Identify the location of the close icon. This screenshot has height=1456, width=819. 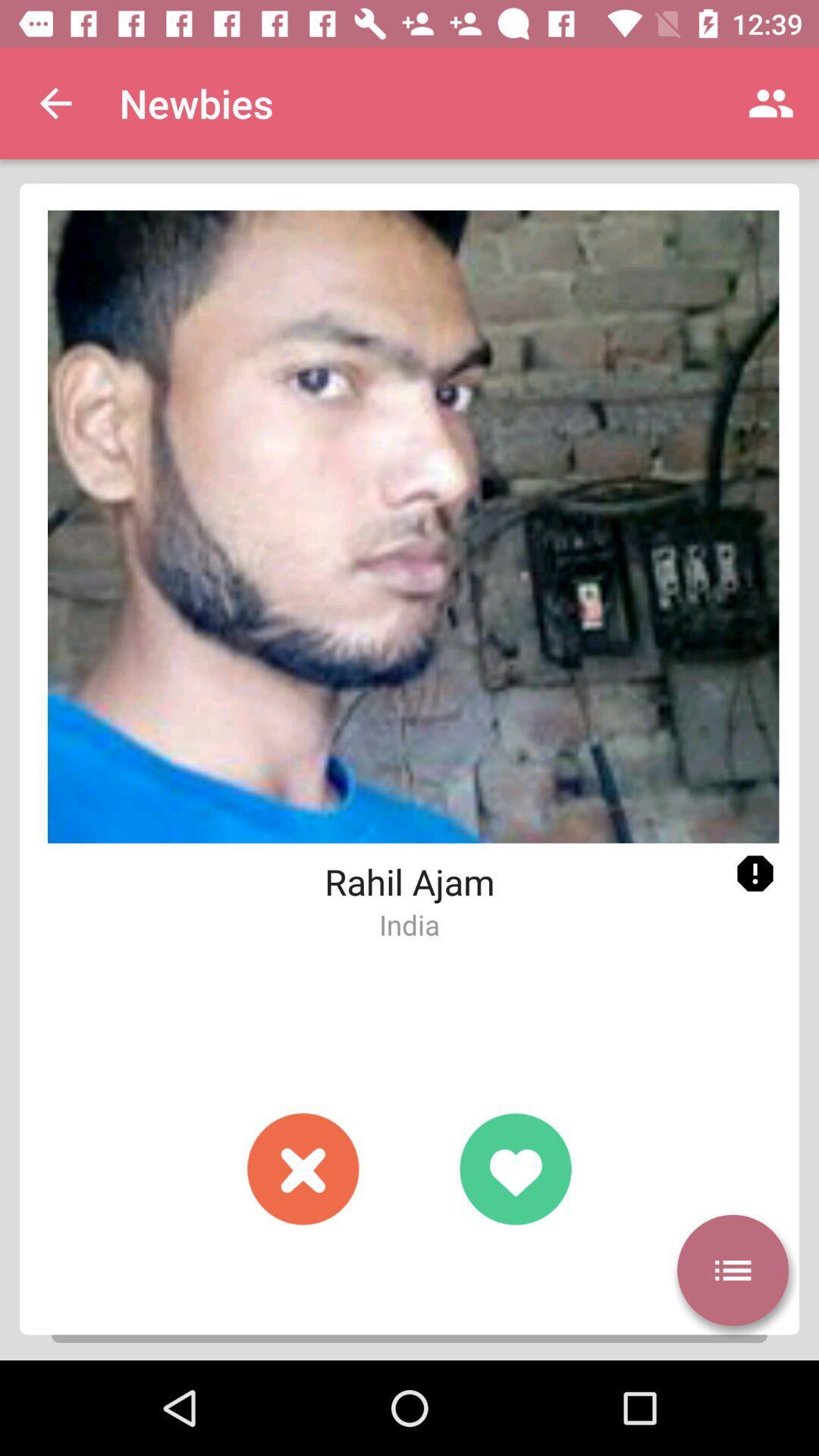
(303, 1168).